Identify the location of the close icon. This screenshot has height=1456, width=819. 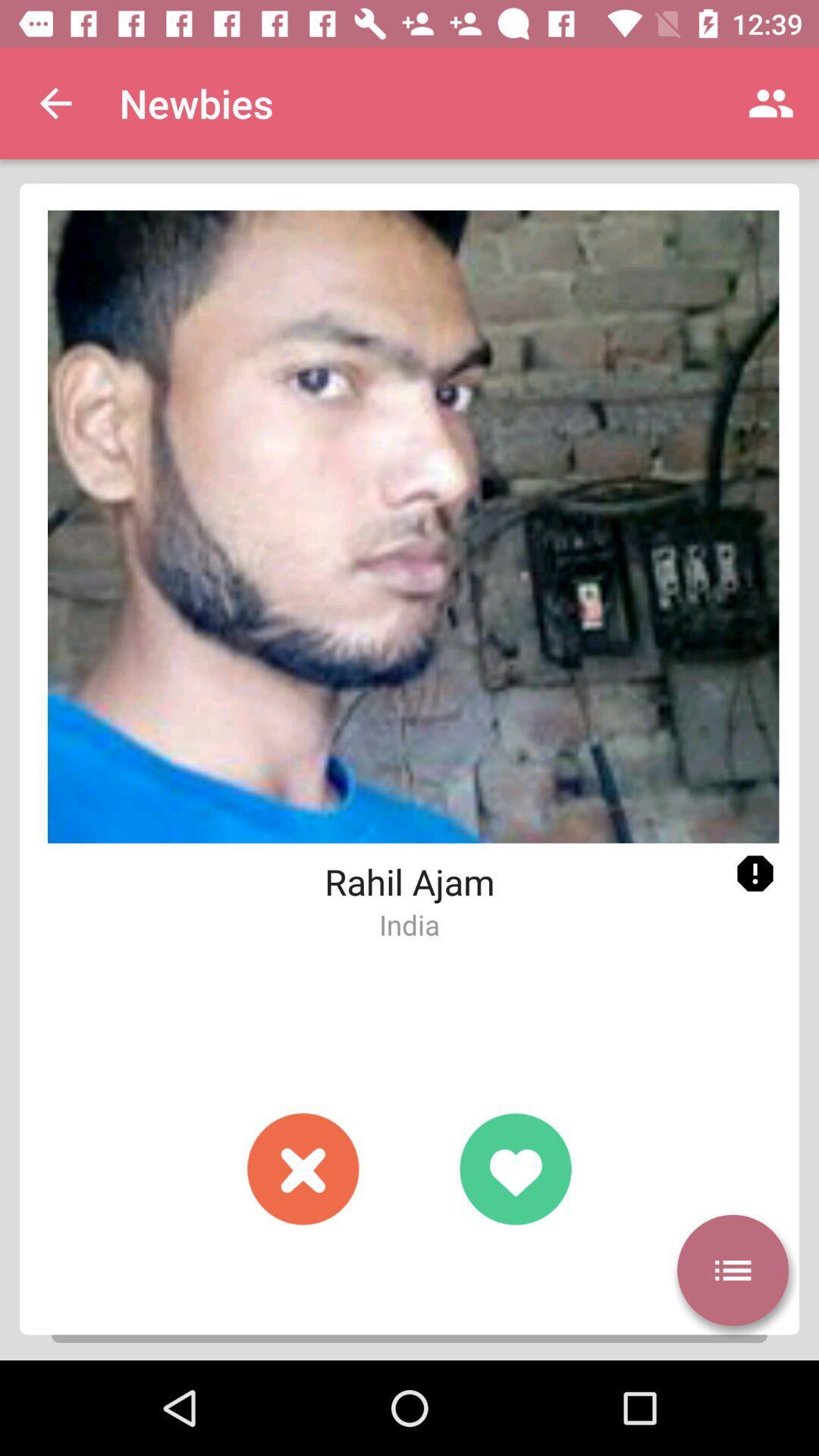
(303, 1168).